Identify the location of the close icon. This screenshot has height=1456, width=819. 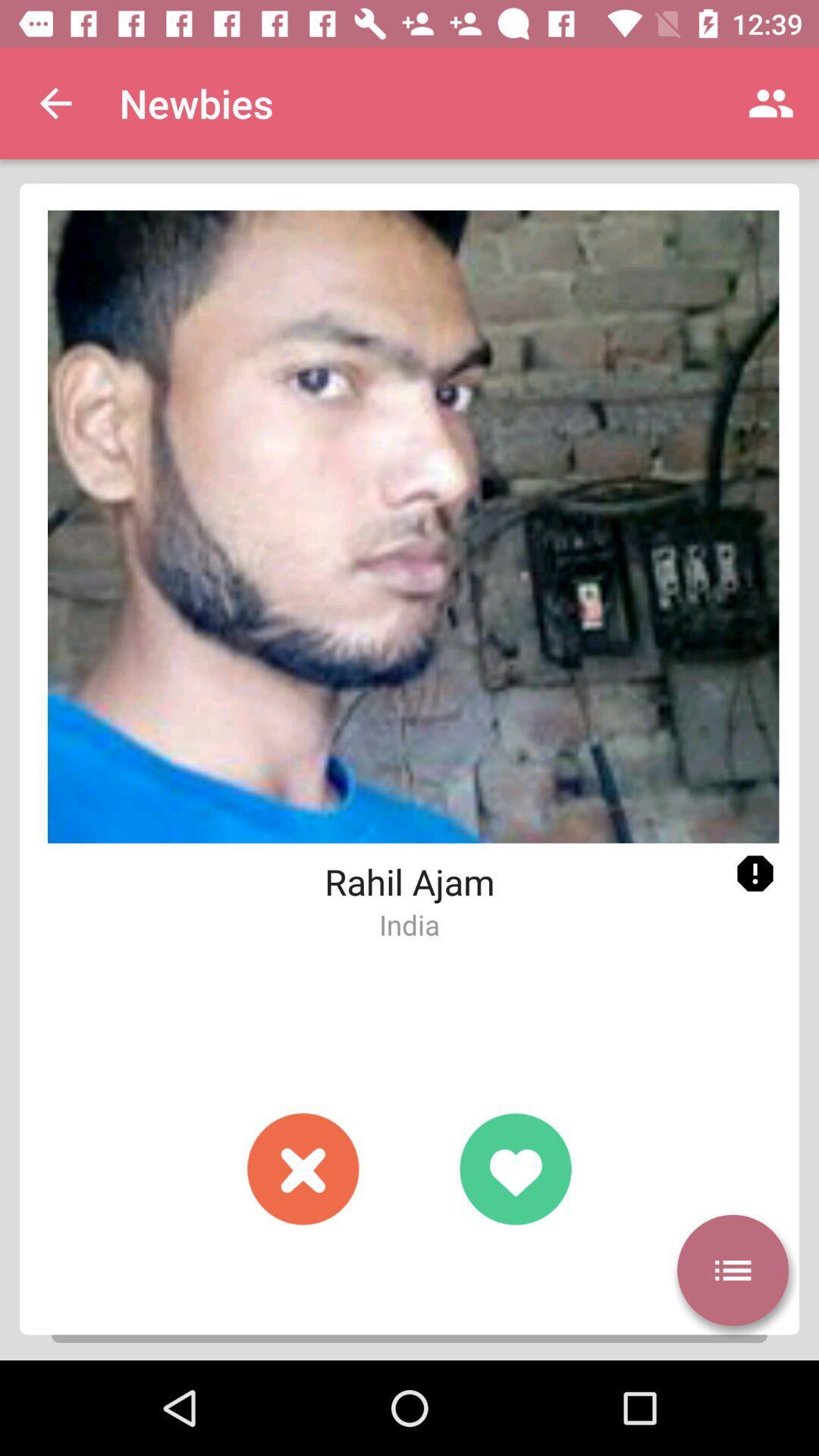
(303, 1168).